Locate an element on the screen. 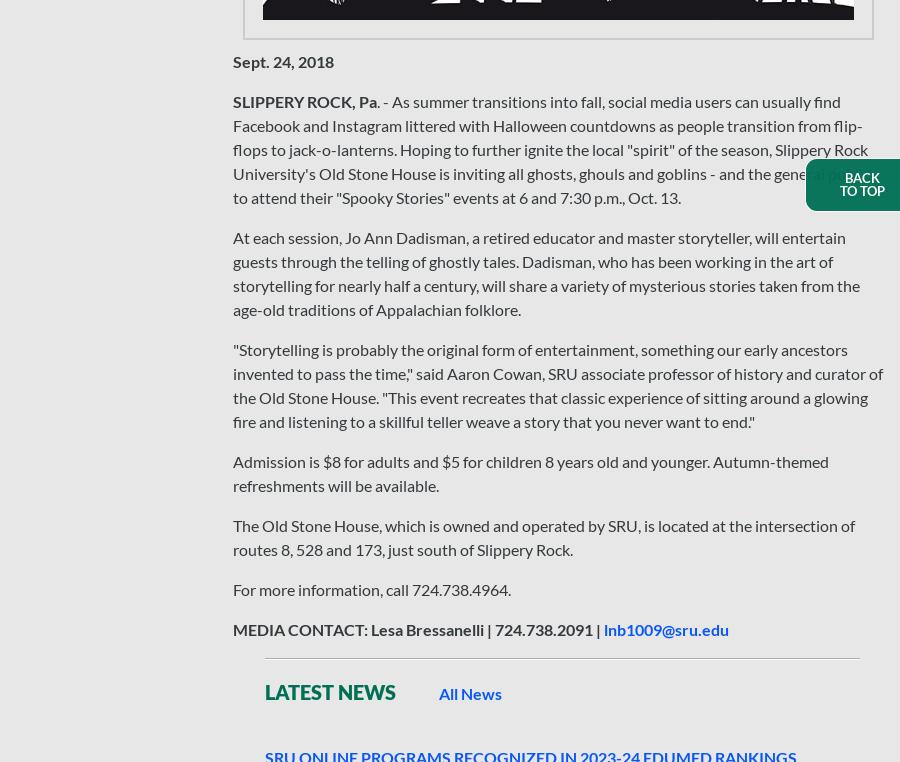 This screenshot has width=900, height=762. 'All News' is located at coordinates (469, 692).